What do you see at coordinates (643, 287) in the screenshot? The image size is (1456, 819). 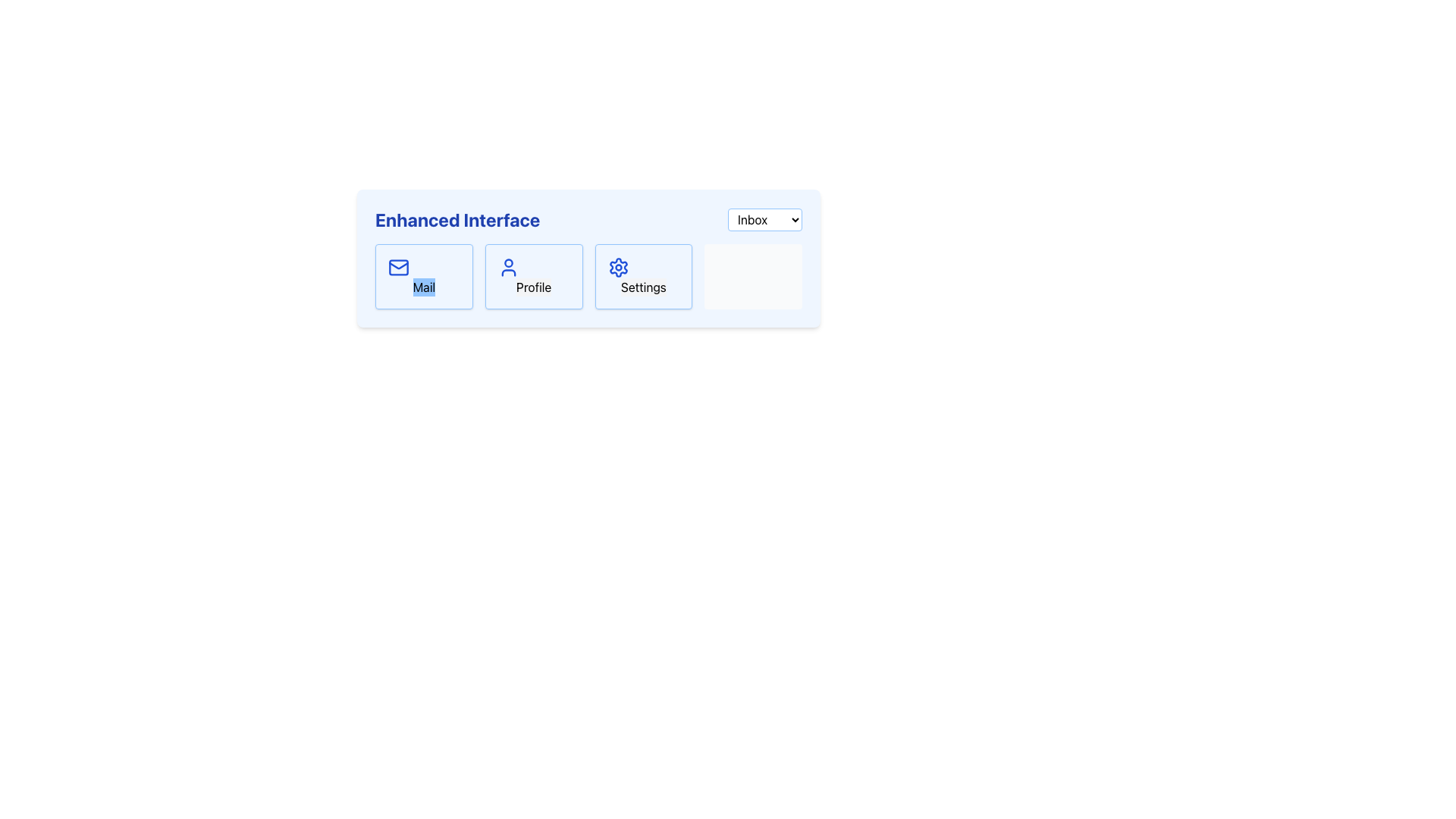 I see `the 'Settings' button, which is a rectangular button with a light gray background and a gear icon` at bounding box center [643, 287].